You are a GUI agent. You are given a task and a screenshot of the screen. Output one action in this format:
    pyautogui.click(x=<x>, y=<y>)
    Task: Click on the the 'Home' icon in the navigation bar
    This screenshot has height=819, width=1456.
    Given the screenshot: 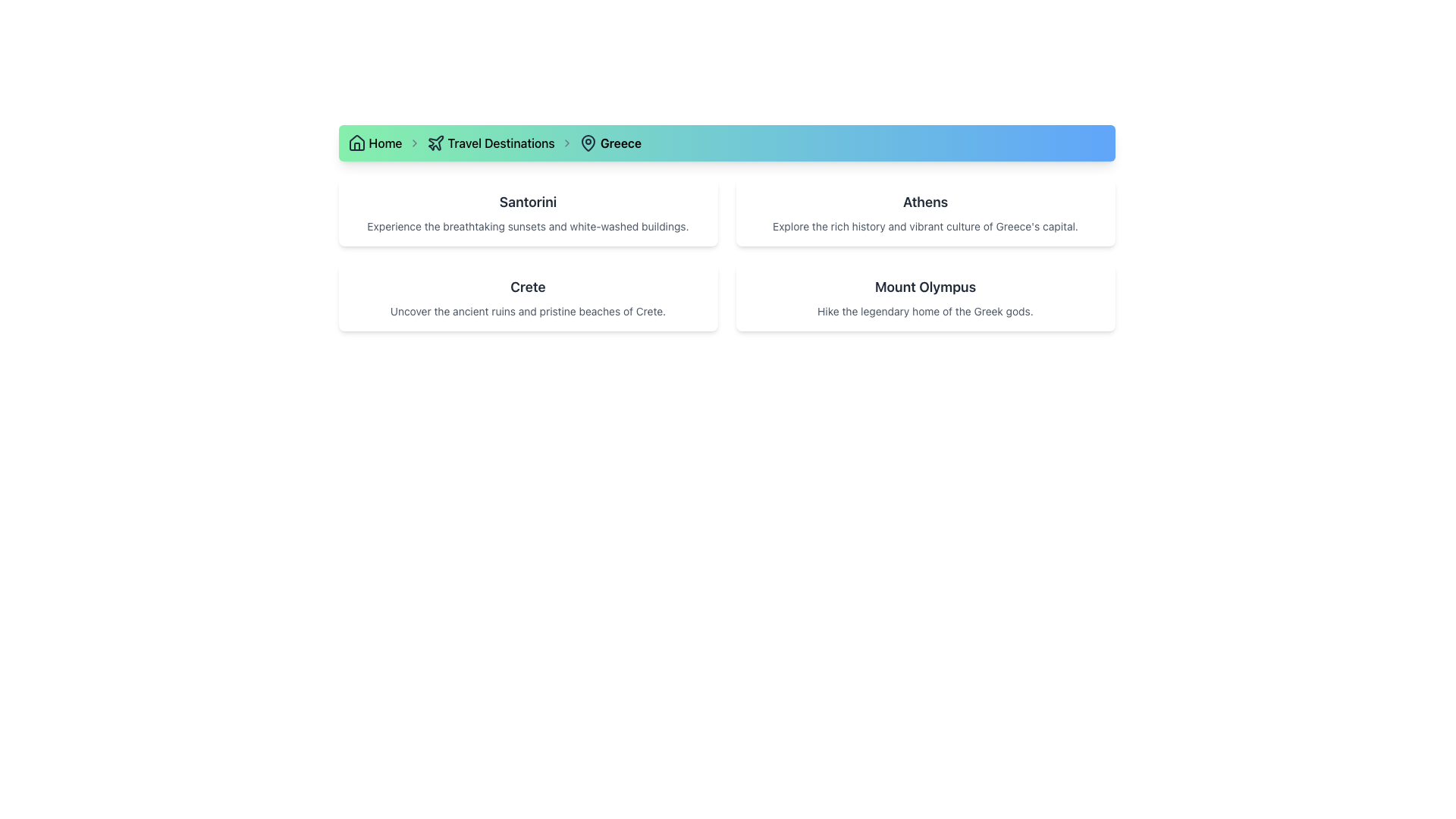 What is the action you would take?
    pyautogui.click(x=356, y=143)
    